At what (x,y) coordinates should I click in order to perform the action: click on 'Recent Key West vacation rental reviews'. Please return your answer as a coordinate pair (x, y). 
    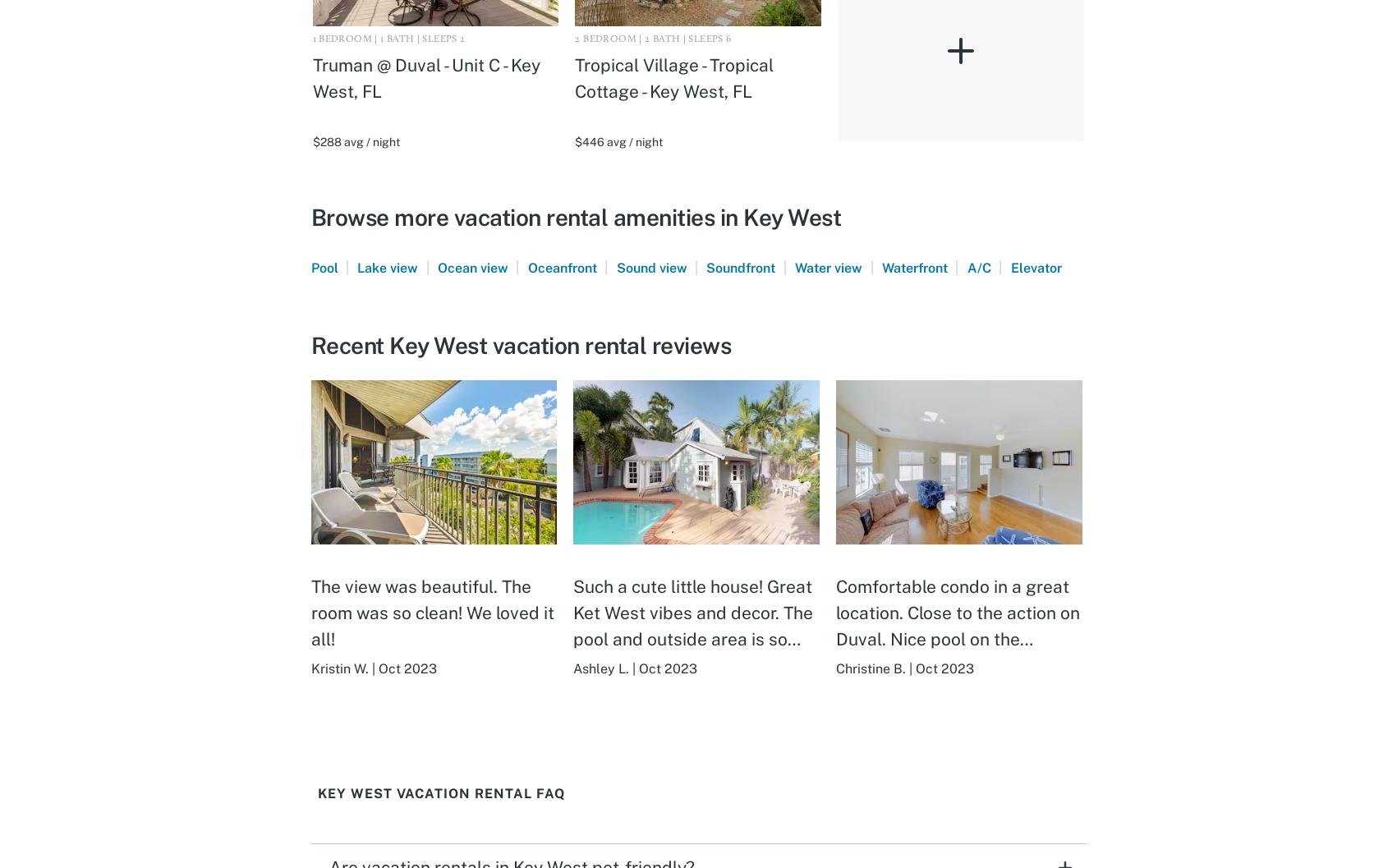
    Looking at the image, I should click on (309, 343).